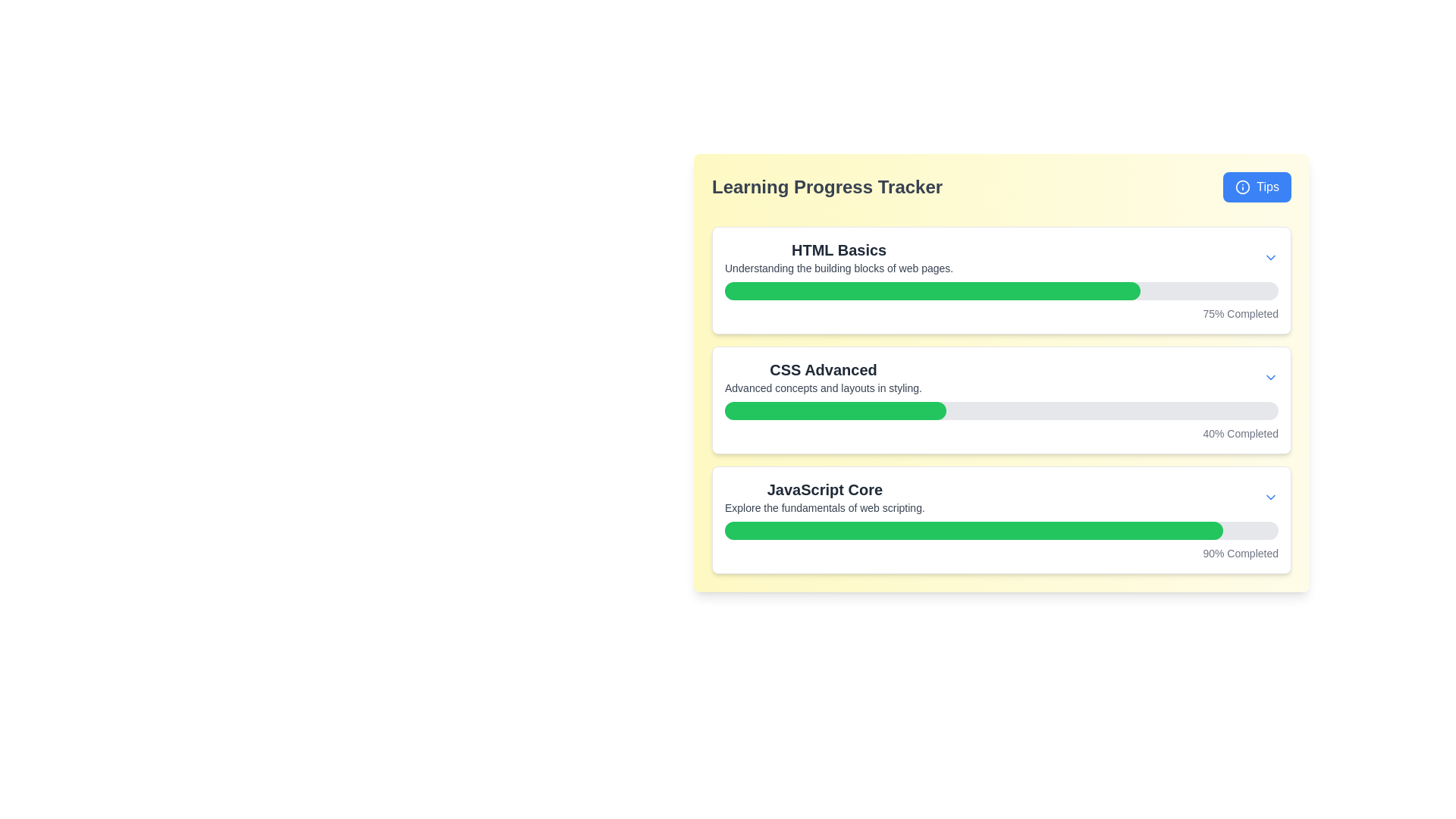  Describe the element at coordinates (931, 291) in the screenshot. I see `Progress Bar representing the completion percentage of the 'HTML Basics' section in the Learning Progress Tracker` at that location.